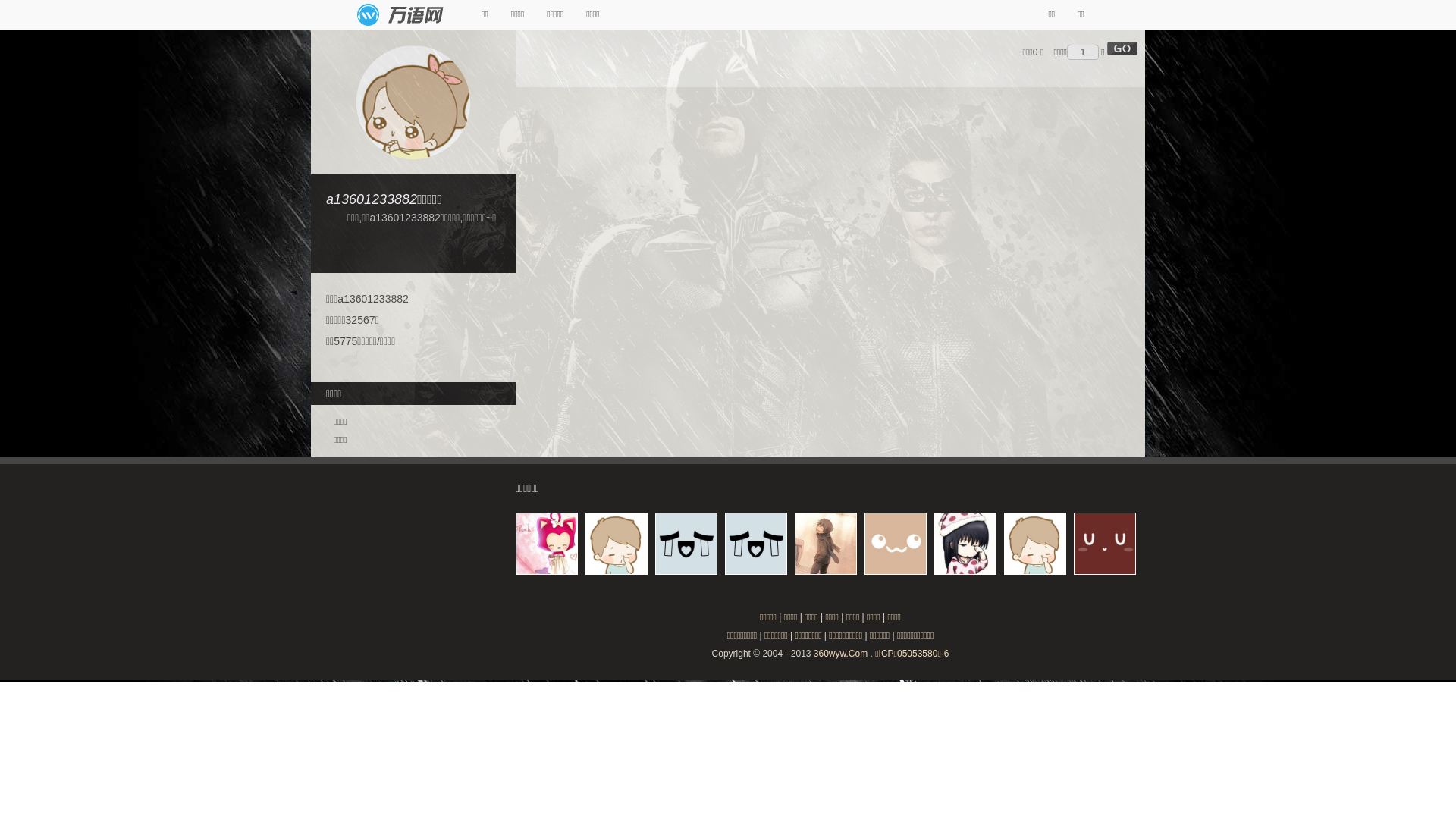 This screenshot has height=819, width=1456. Describe the element at coordinates (813, 652) in the screenshot. I see `'360wyw.Com'` at that location.